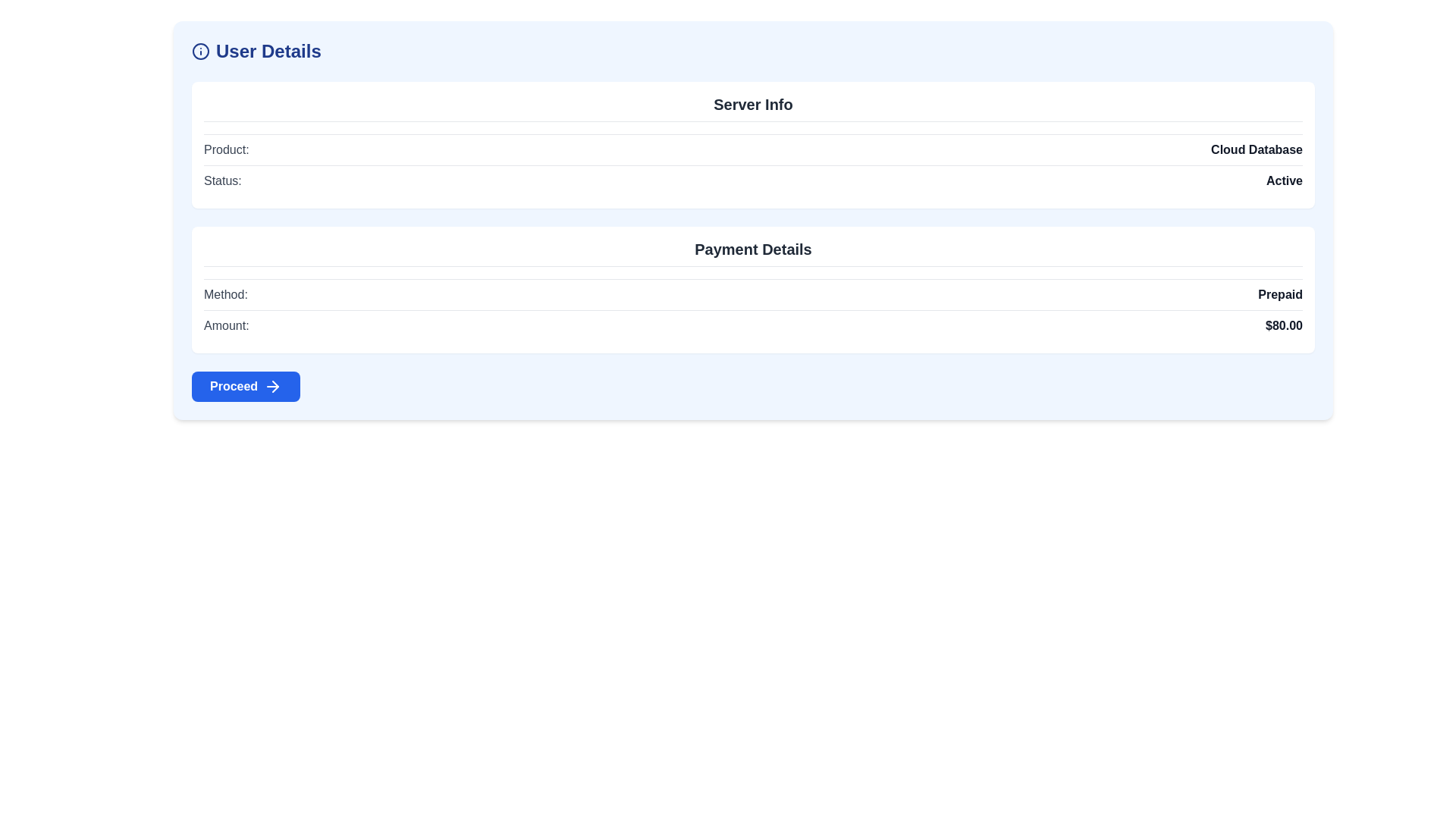 Image resolution: width=1456 pixels, height=819 pixels. I want to click on the arrow icon that indicates direction, which is part of the 'Proceed' button's SVG icon with class 'lucide-arrow-right', so click(275, 385).